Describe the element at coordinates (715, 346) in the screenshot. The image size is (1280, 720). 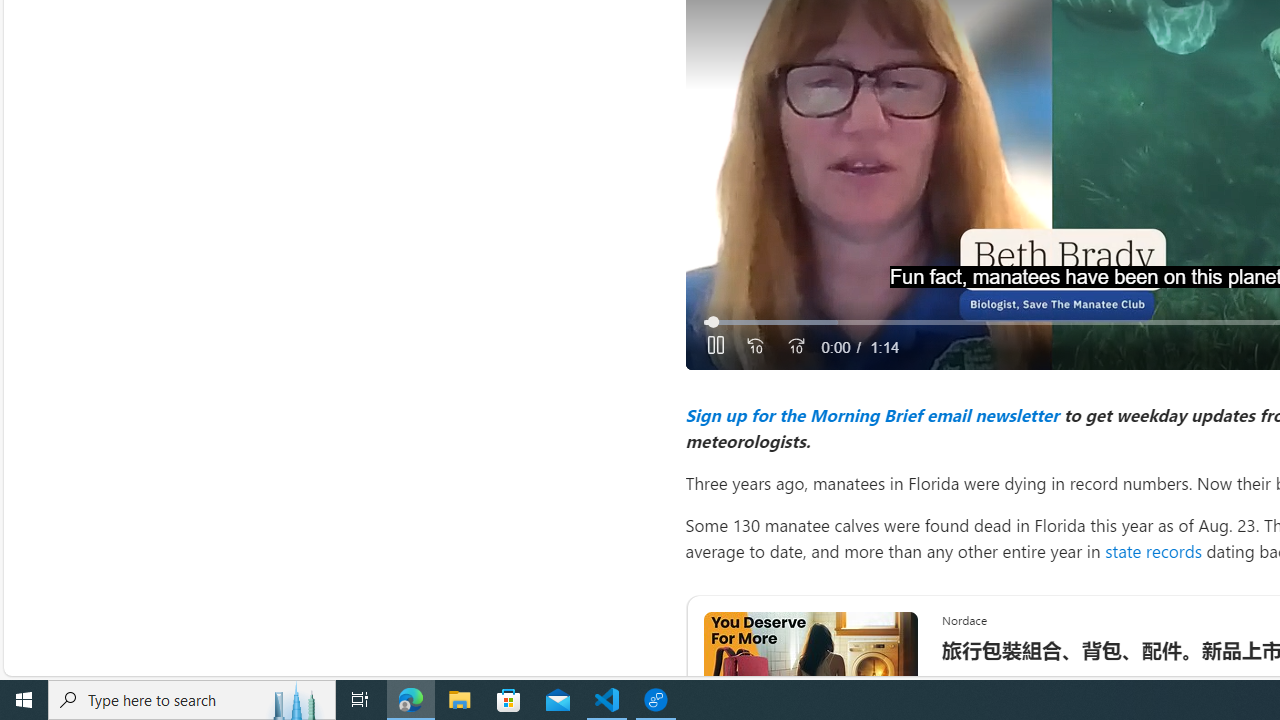
I see `'Pause'` at that location.